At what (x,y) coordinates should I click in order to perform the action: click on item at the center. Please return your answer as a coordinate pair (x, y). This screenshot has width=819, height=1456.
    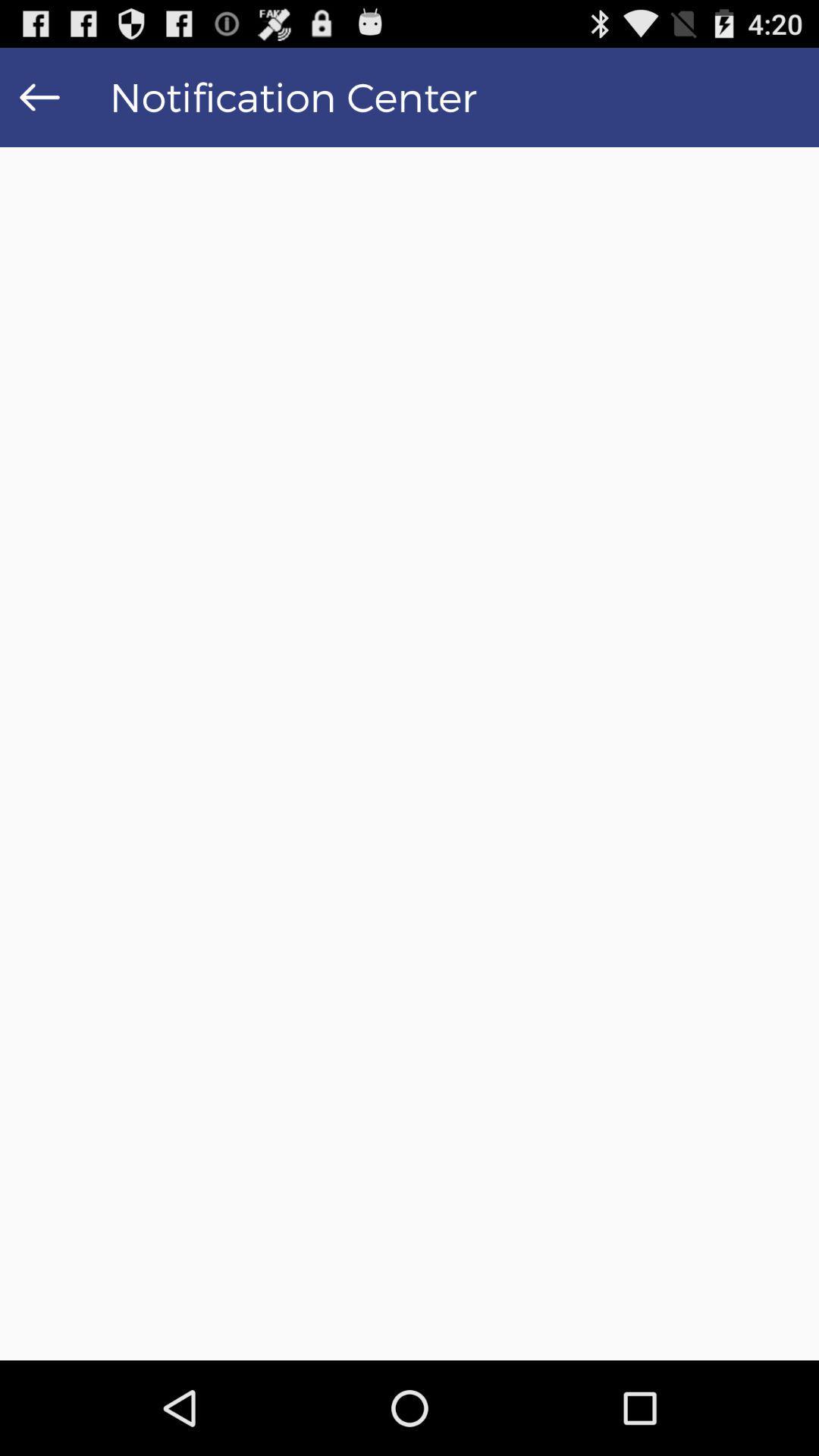
    Looking at the image, I should click on (409, 754).